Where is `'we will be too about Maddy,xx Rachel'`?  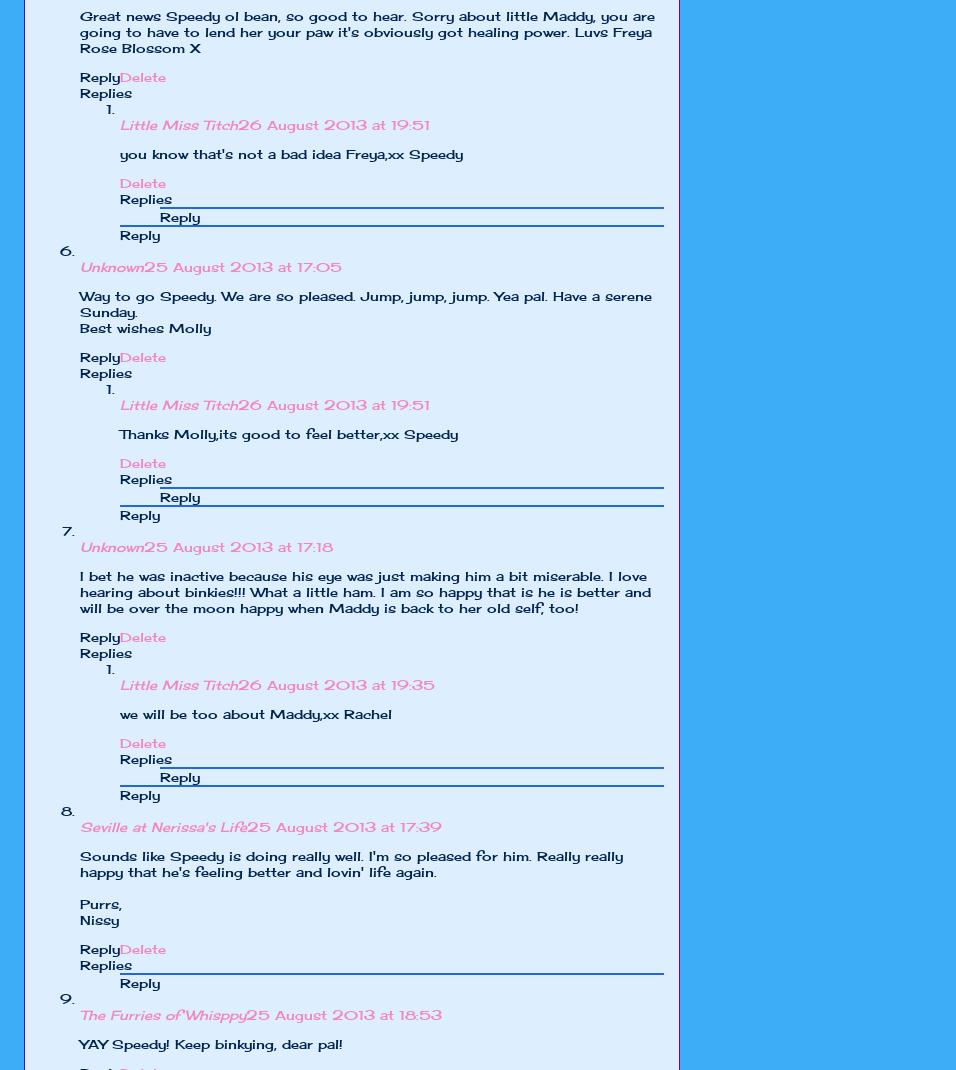
'we will be too about Maddy,xx Rachel' is located at coordinates (255, 713).